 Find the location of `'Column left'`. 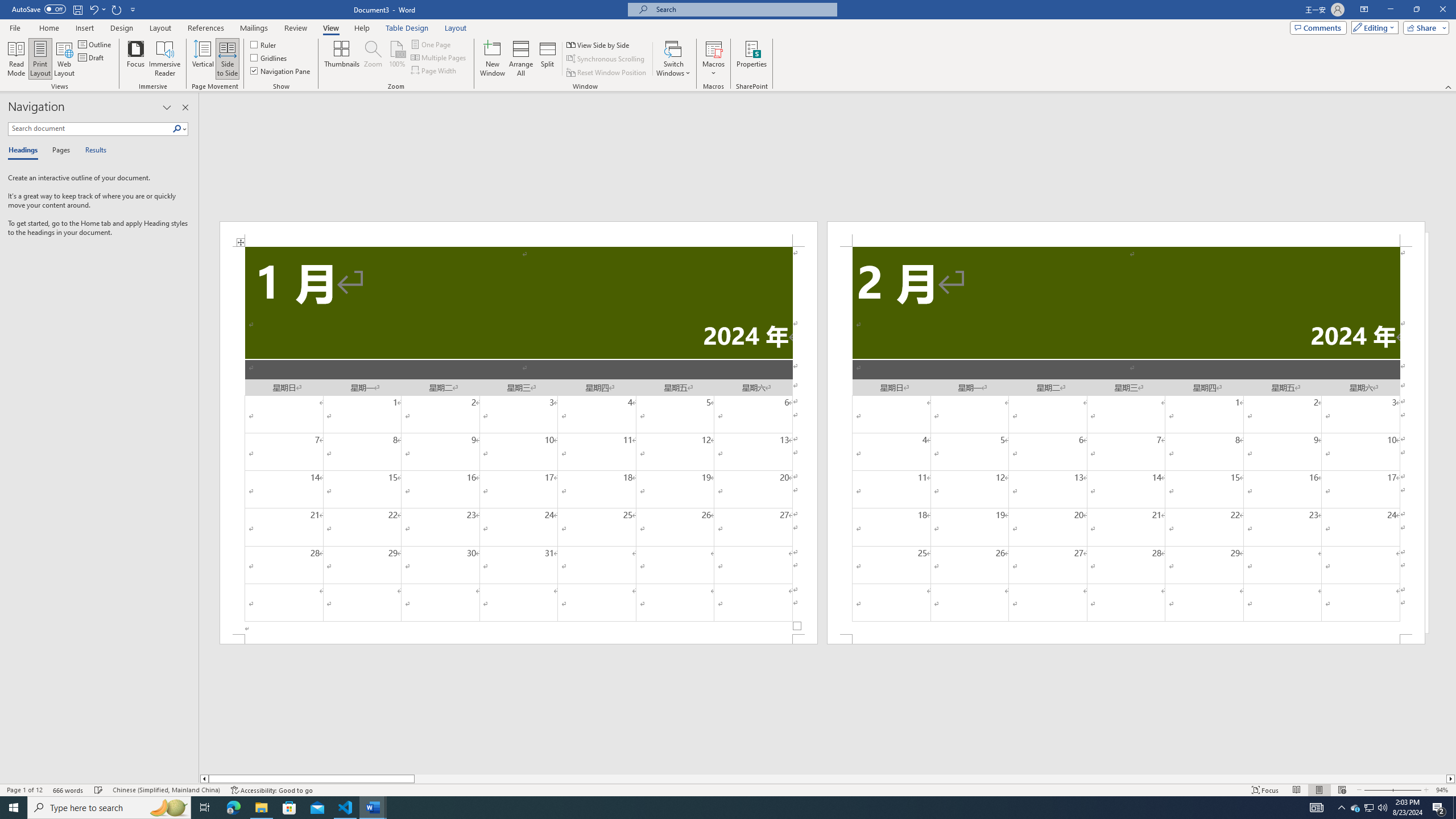

'Column left' is located at coordinates (204, 778).